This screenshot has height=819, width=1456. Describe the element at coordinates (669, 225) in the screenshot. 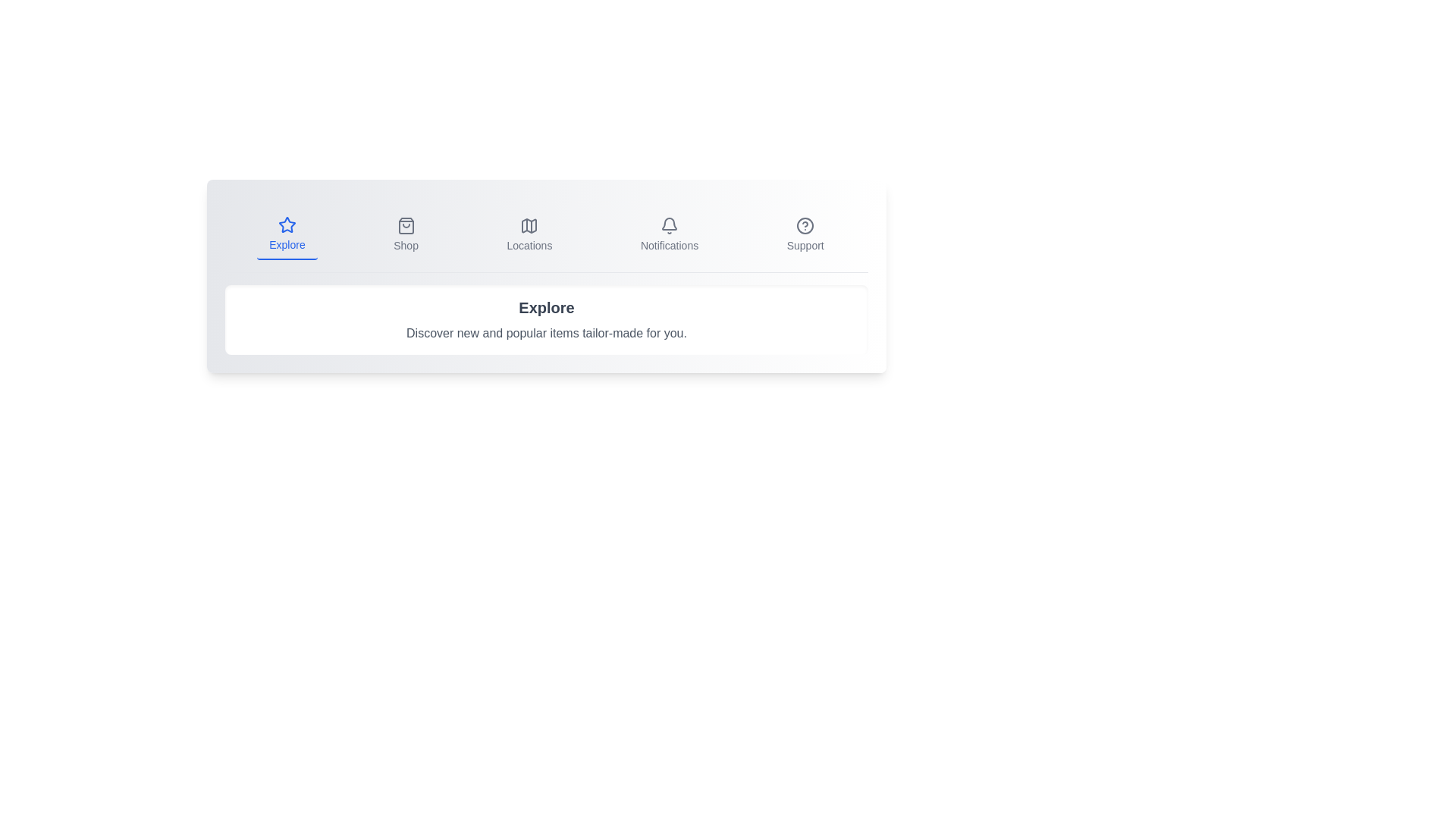

I see `the 'Notifications' icon` at that location.